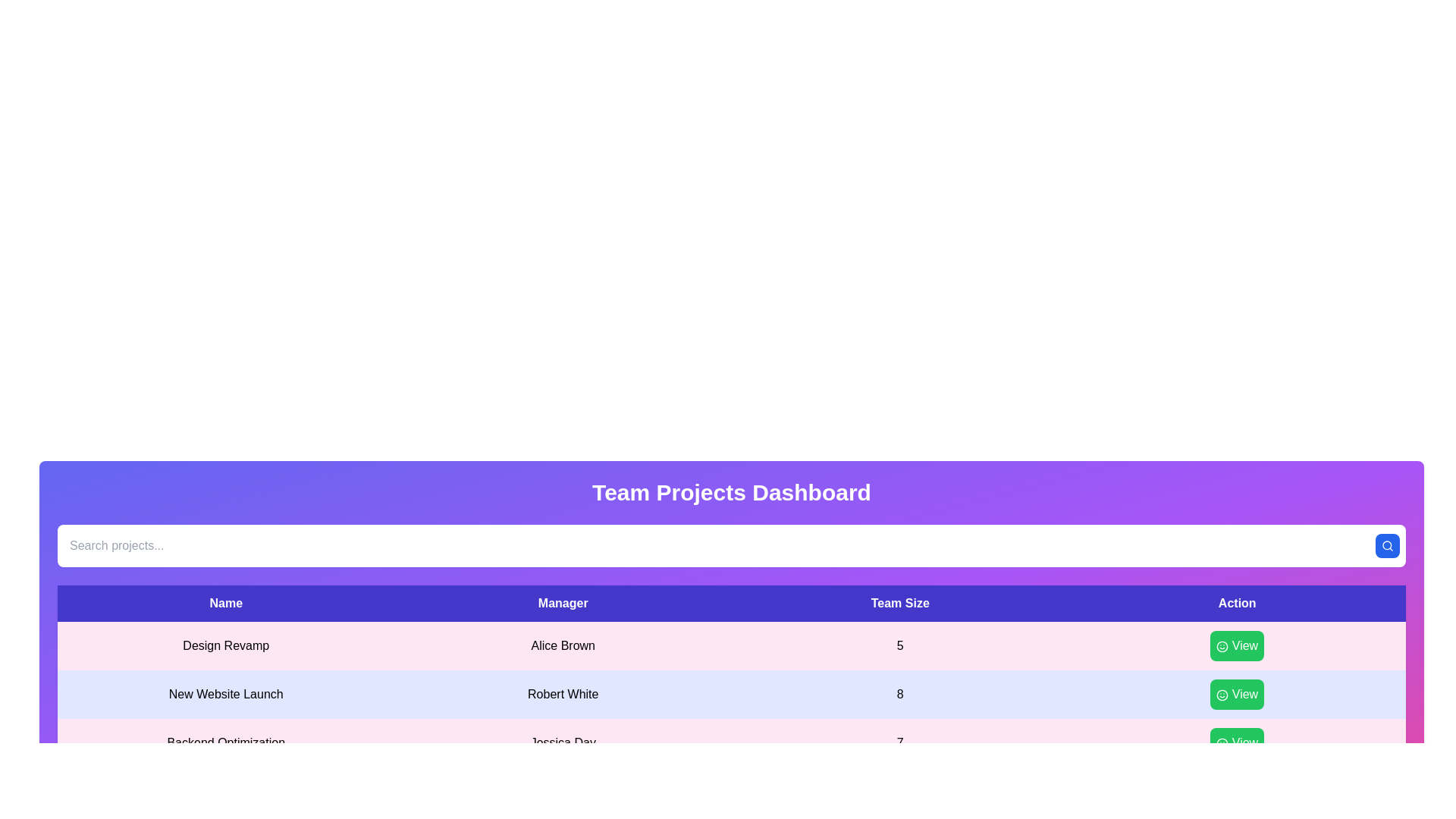 The height and width of the screenshot is (819, 1456). What do you see at coordinates (1387, 546) in the screenshot?
I see `the search trigger button located at the upper-right corner of the search bar` at bounding box center [1387, 546].